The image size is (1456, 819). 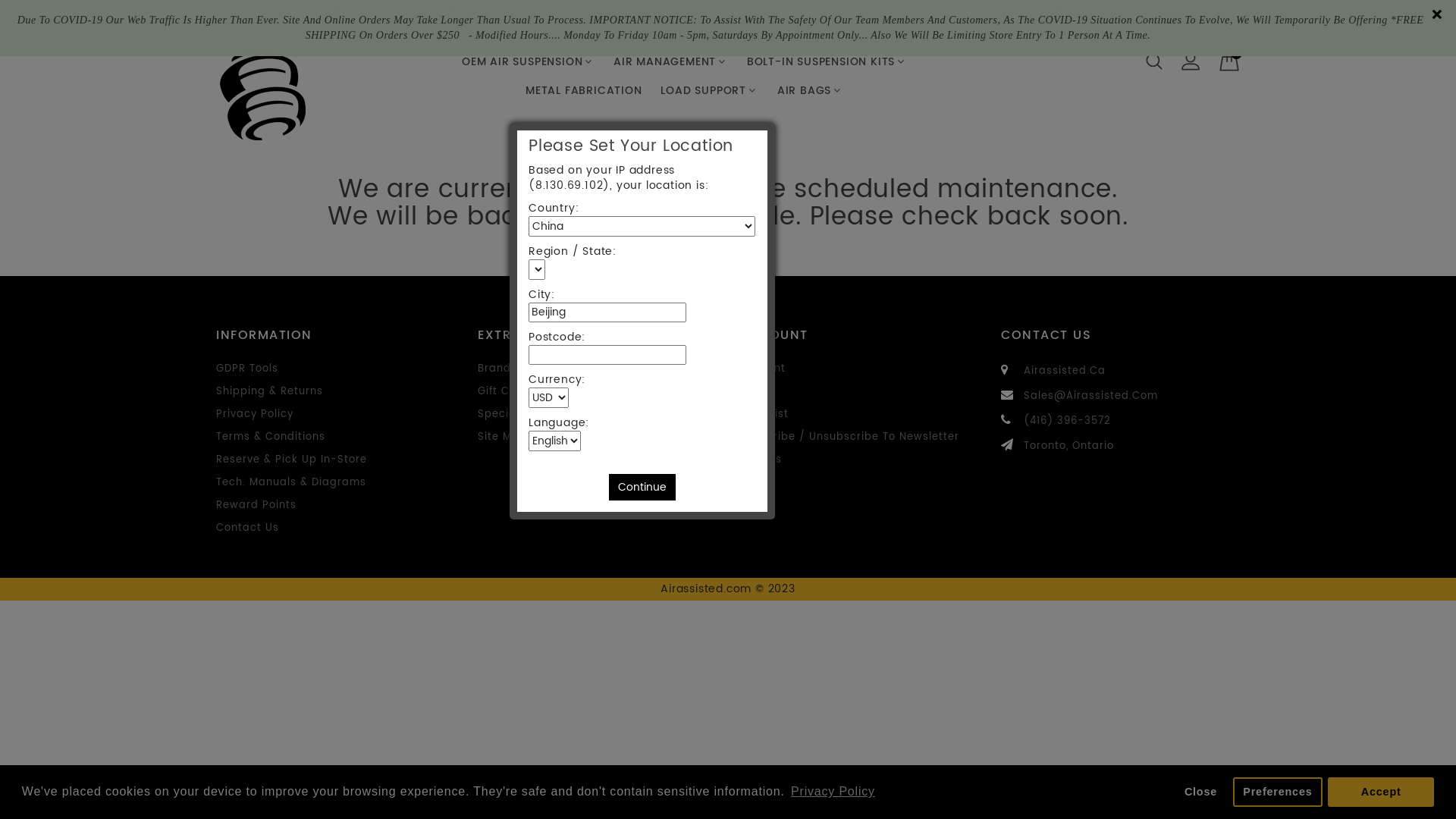 What do you see at coordinates (1276, 791) in the screenshot?
I see `'Preferences'` at bounding box center [1276, 791].